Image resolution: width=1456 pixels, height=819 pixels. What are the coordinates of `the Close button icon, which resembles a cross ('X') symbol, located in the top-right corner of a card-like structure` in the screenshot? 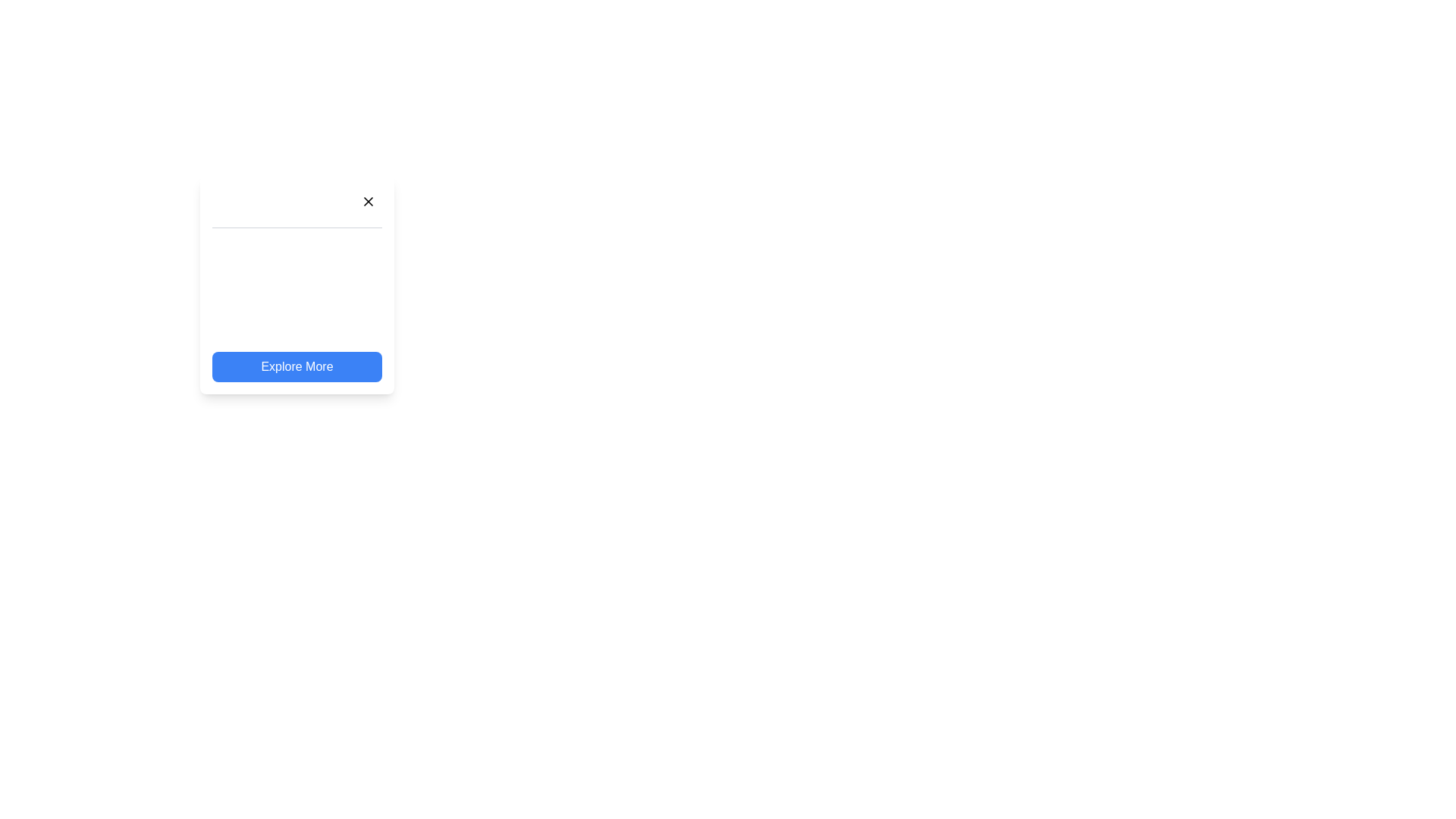 It's located at (368, 201).